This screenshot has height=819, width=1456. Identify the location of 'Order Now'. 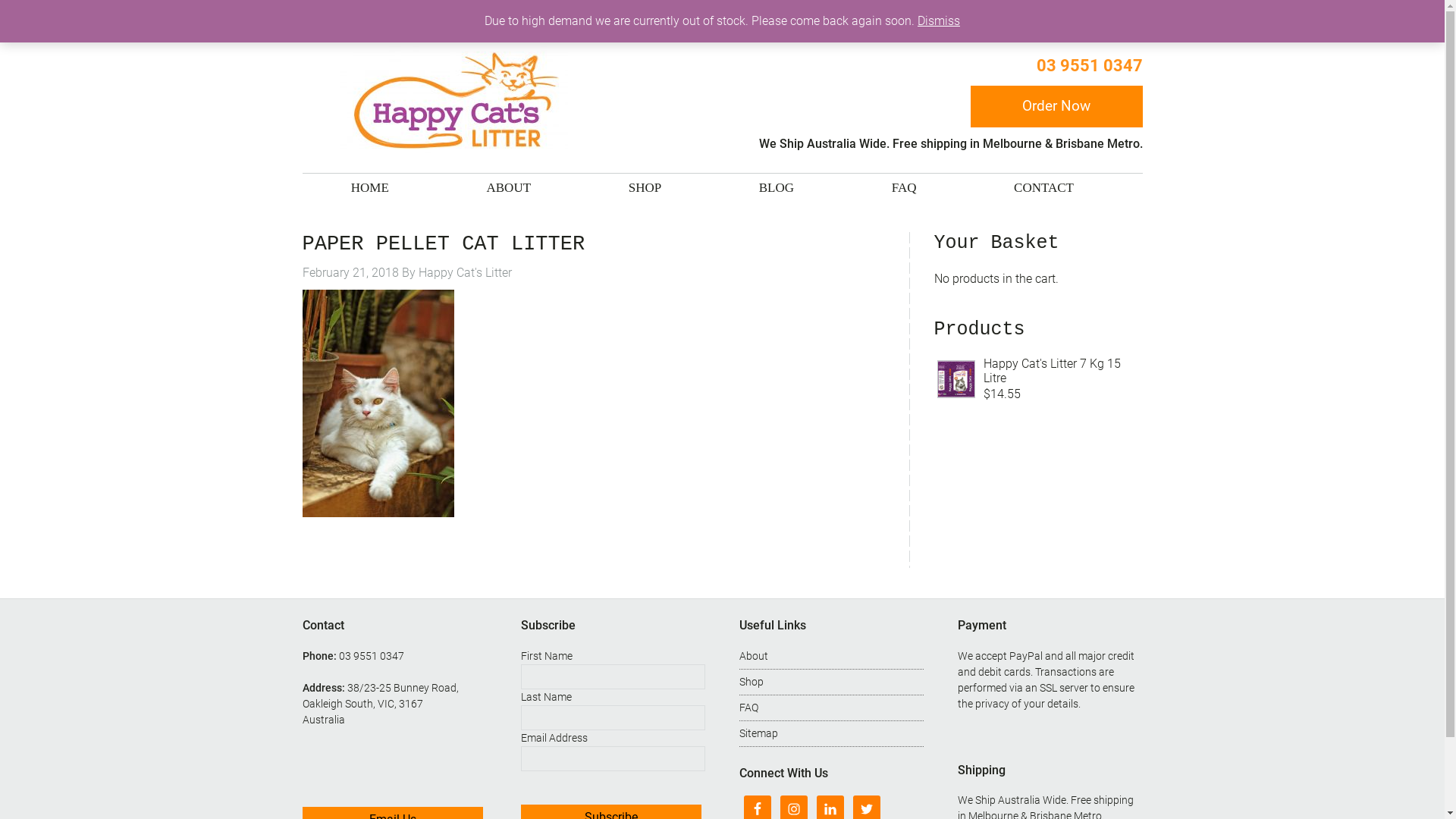
(1056, 105).